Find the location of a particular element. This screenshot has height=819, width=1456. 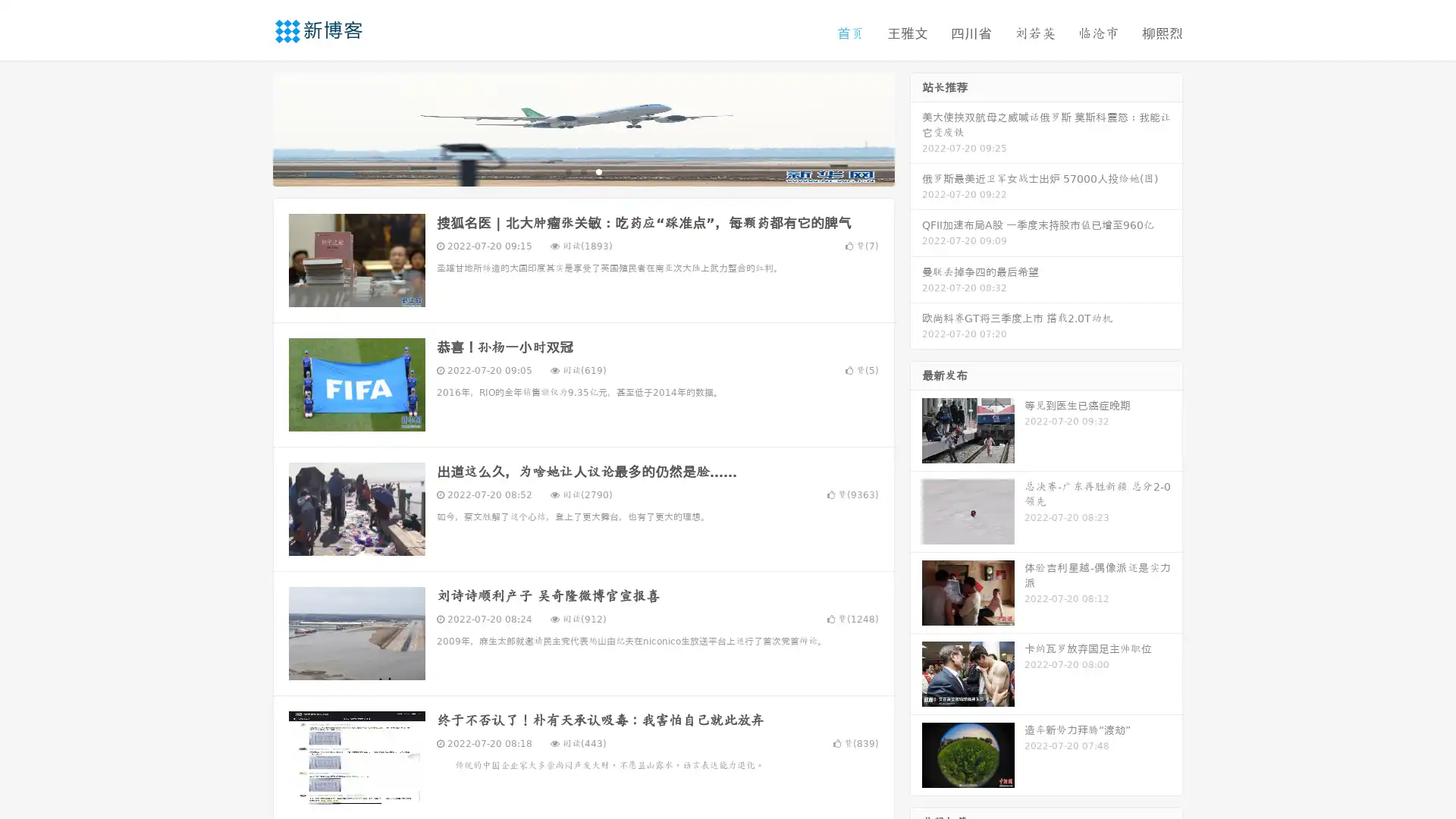

Go to slide 1 is located at coordinates (567, 171).